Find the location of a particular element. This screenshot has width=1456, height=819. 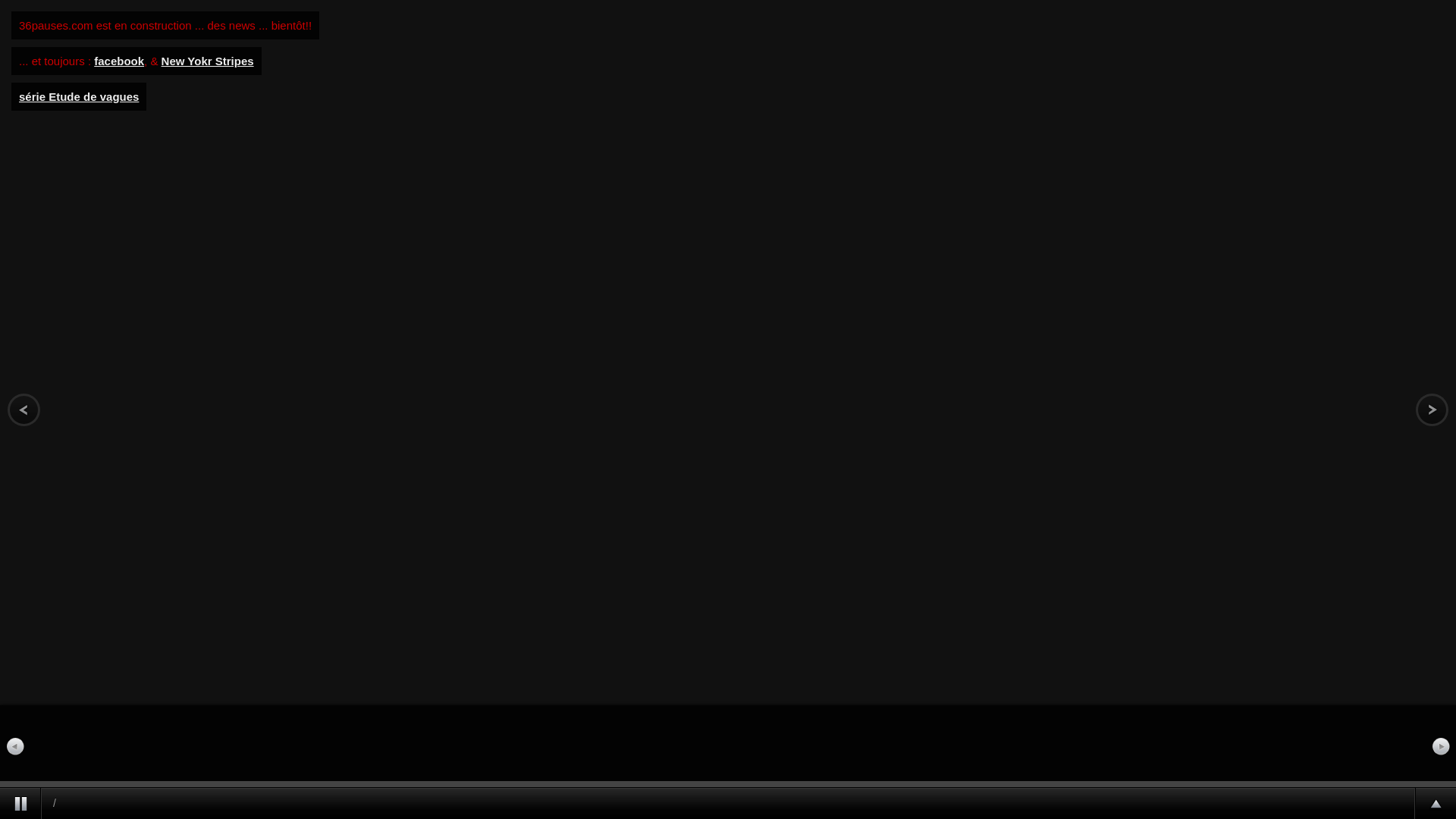

'New Yokr Stripes' is located at coordinates (206, 60).